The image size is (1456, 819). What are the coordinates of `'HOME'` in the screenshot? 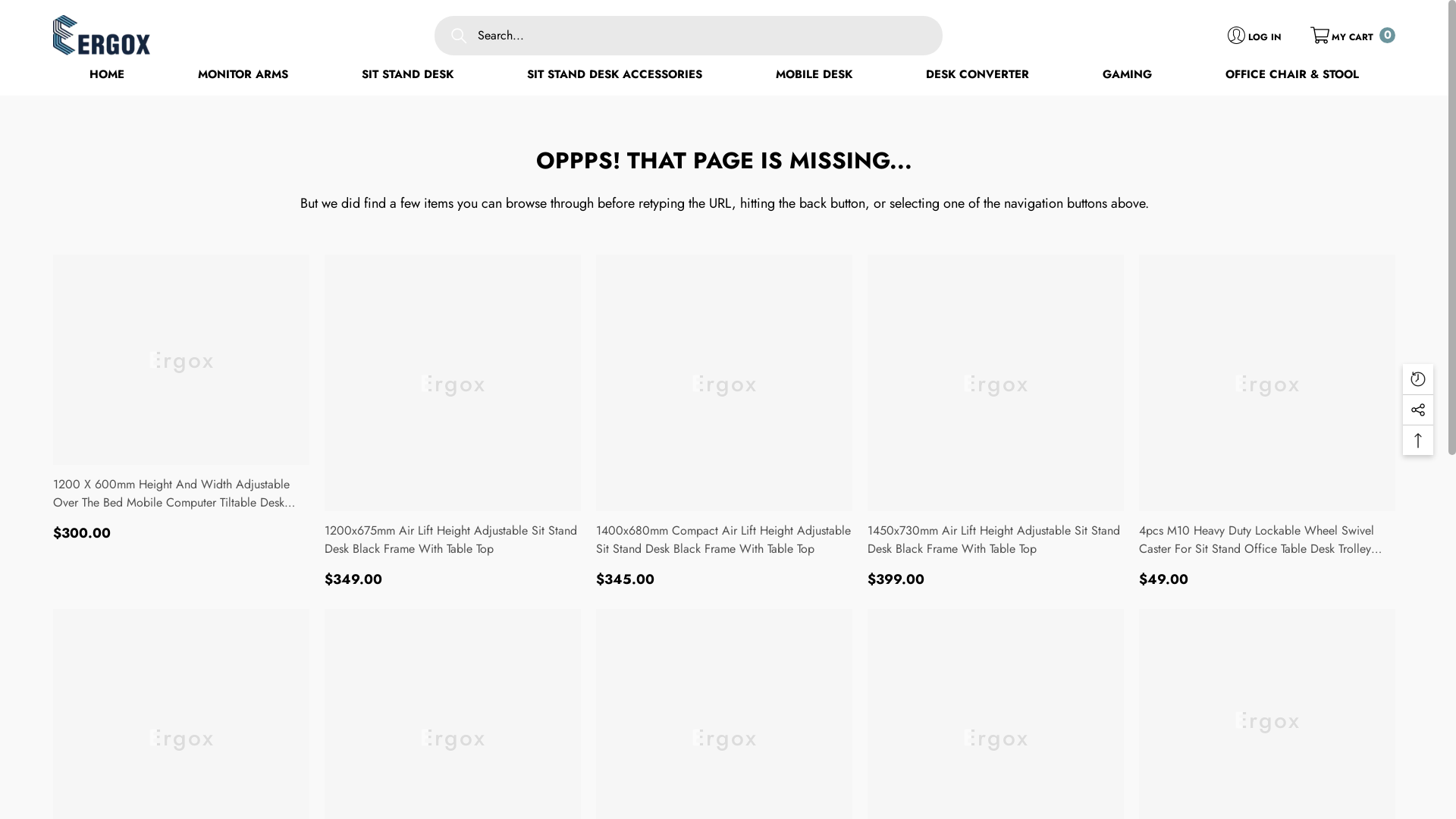 It's located at (105, 75).